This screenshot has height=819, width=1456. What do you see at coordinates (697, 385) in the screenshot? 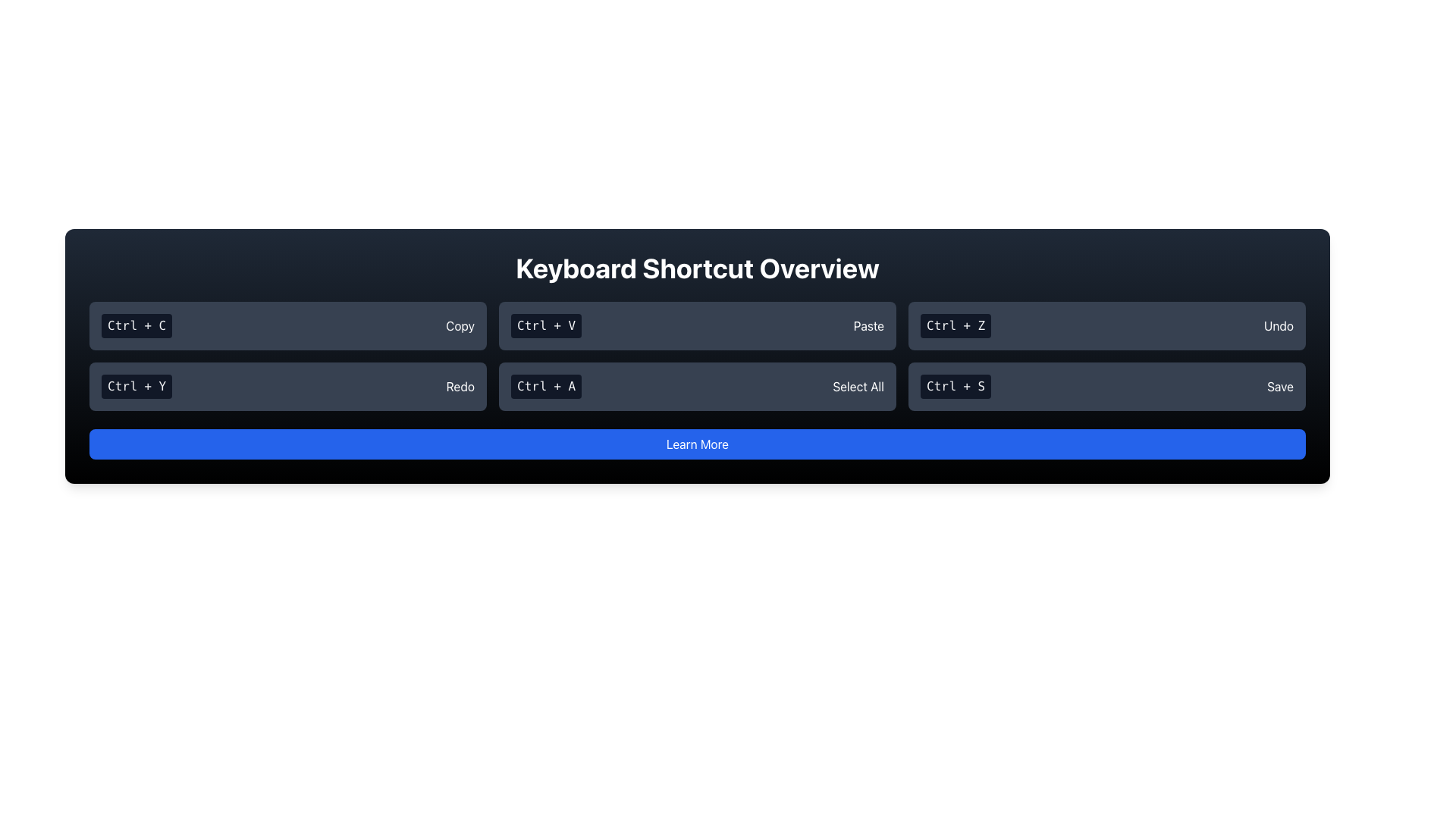
I see `the informational display block labeled 'Ctrl + A' with the description 'Select All', which is positioned in the second row and second column of the grid layout` at bounding box center [697, 385].